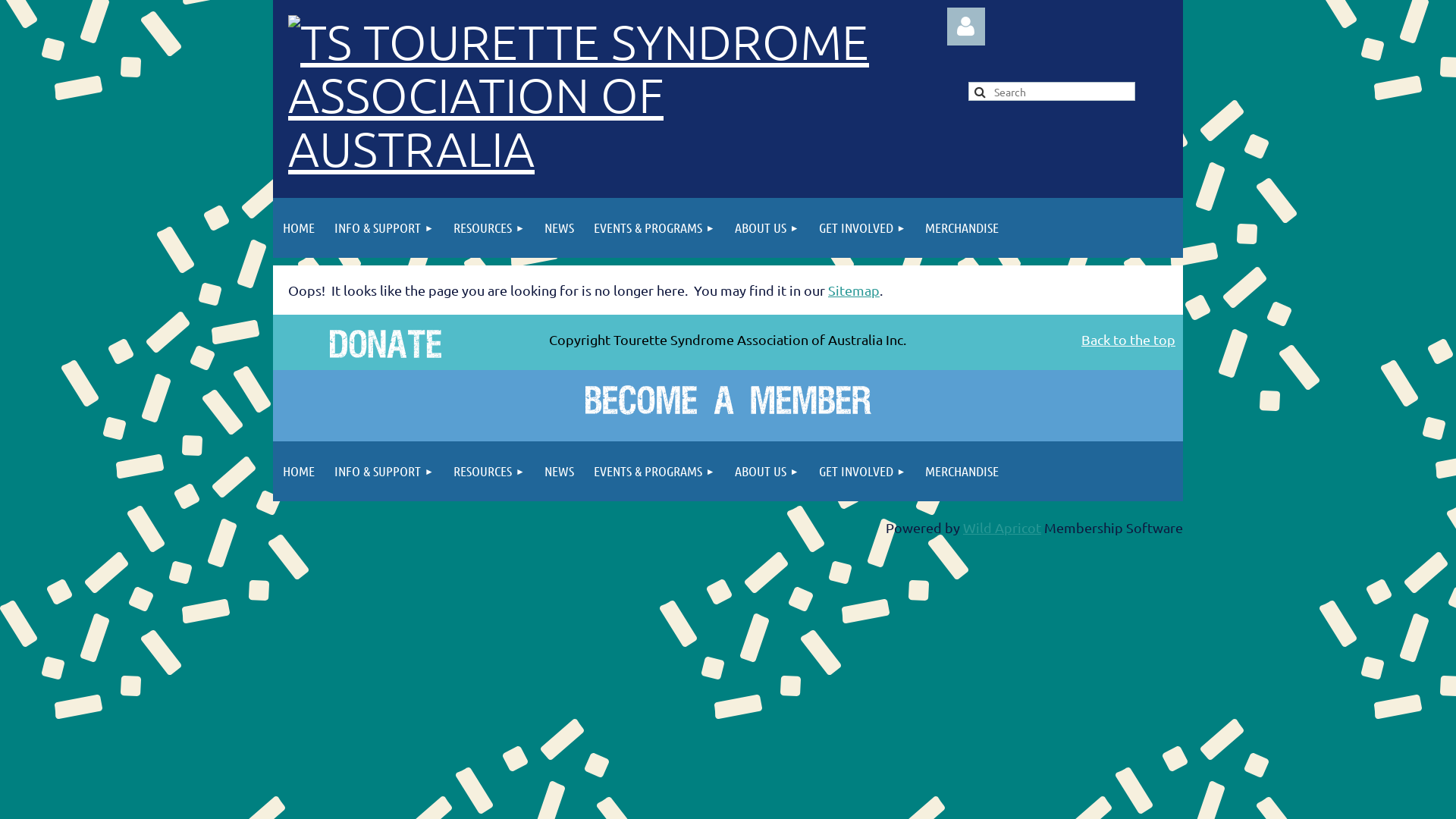 Image resolution: width=1456 pixels, height=819 pixels. Describe the element at coordinates (1128, 338) in the screenshot. I see `'Back to the top'` at that location.